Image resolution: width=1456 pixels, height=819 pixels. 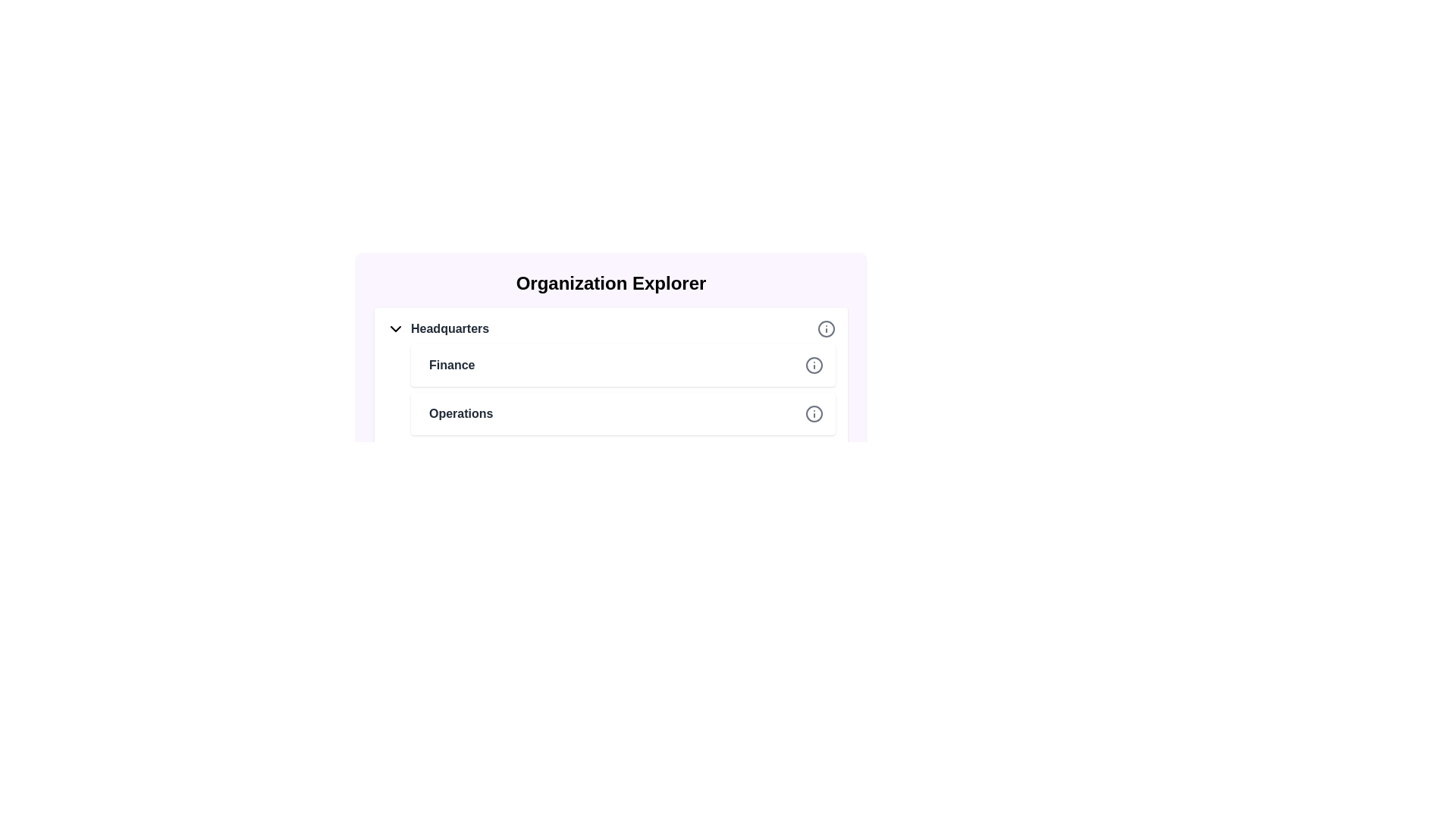 I want to click on the text label 'Headquarters' in the Organization Explorer, so click(x=437, y=328).